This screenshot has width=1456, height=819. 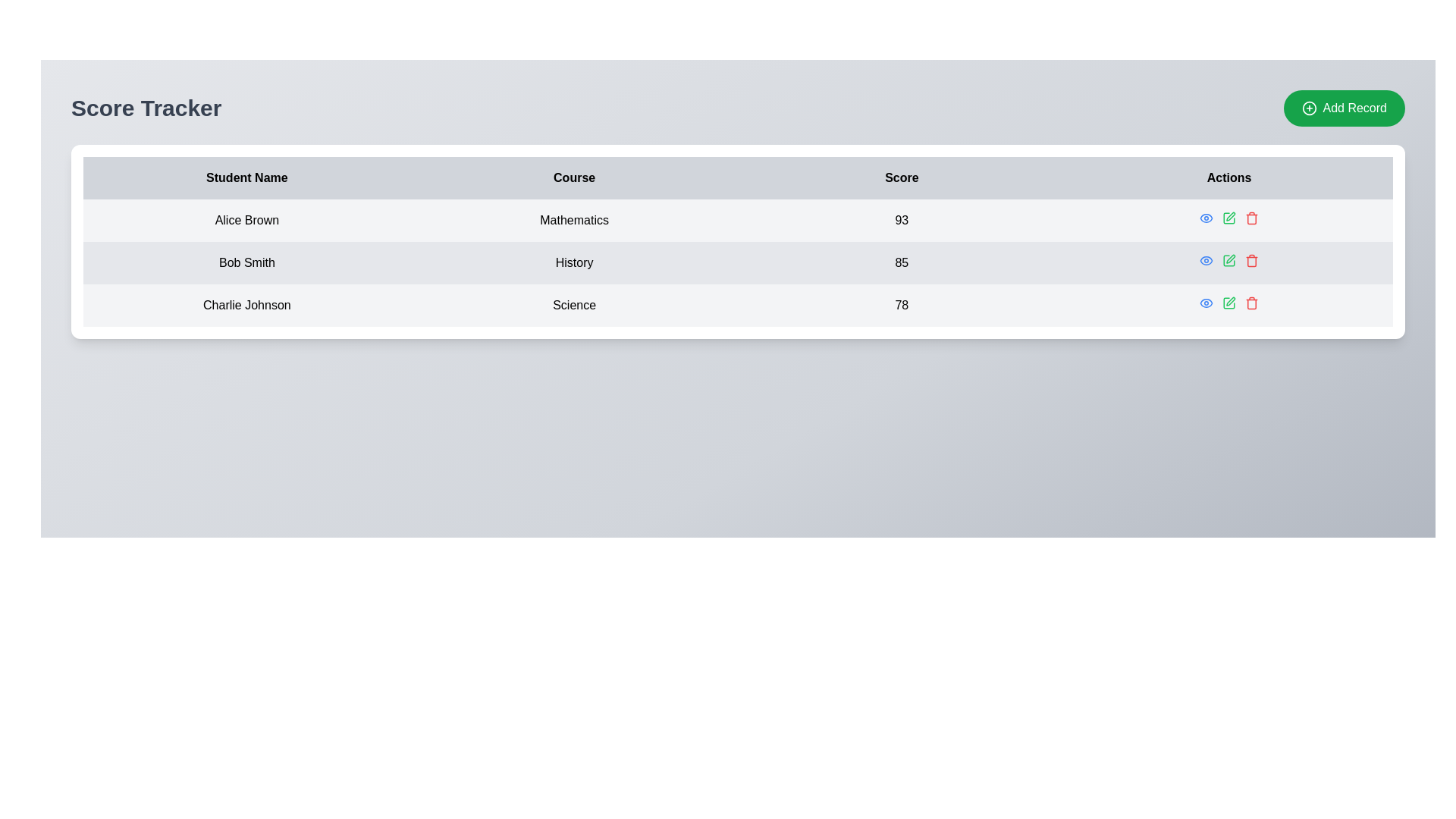 What do you see at coordinates (1229, 259) in the screenshot?
I see `the edit icon button located in the 'Actions' column of the last row in the table` at bounding box center [1229, 259].